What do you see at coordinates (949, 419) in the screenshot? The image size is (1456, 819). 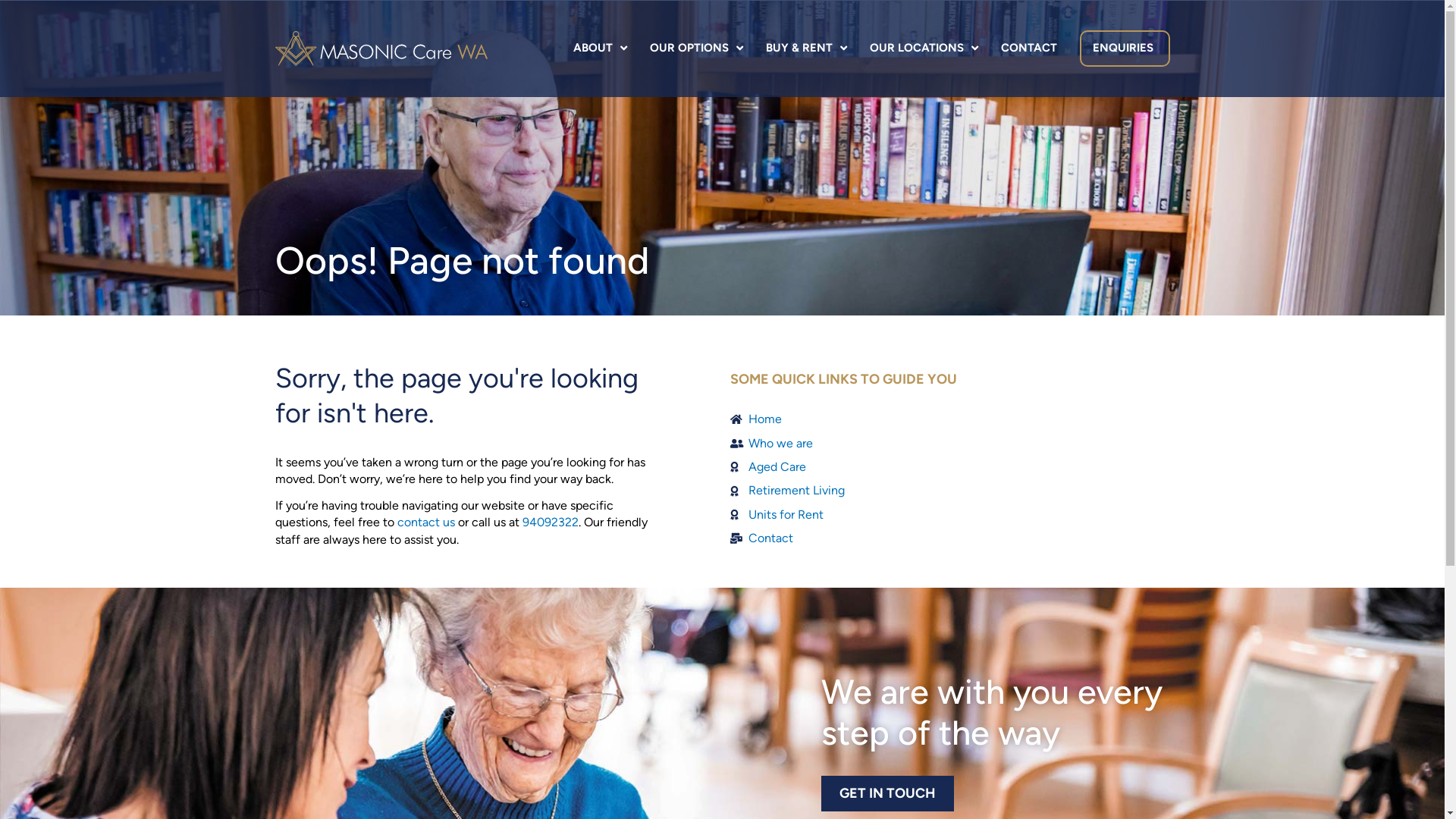 I see `'Home'` at bounding box center [949, 419].